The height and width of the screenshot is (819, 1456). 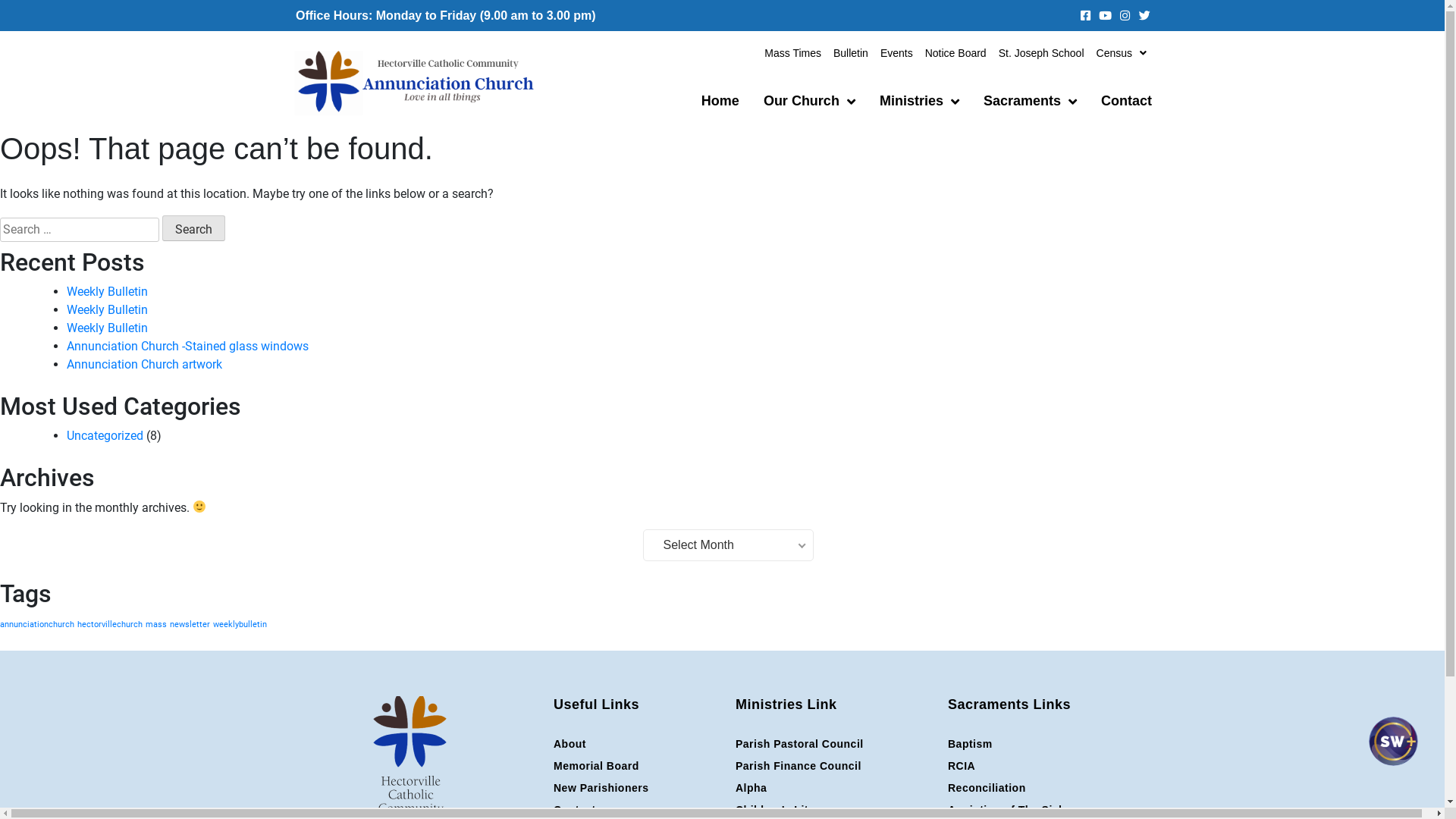 I want to click on 'New Parishioners', so click(x=637, y=787).